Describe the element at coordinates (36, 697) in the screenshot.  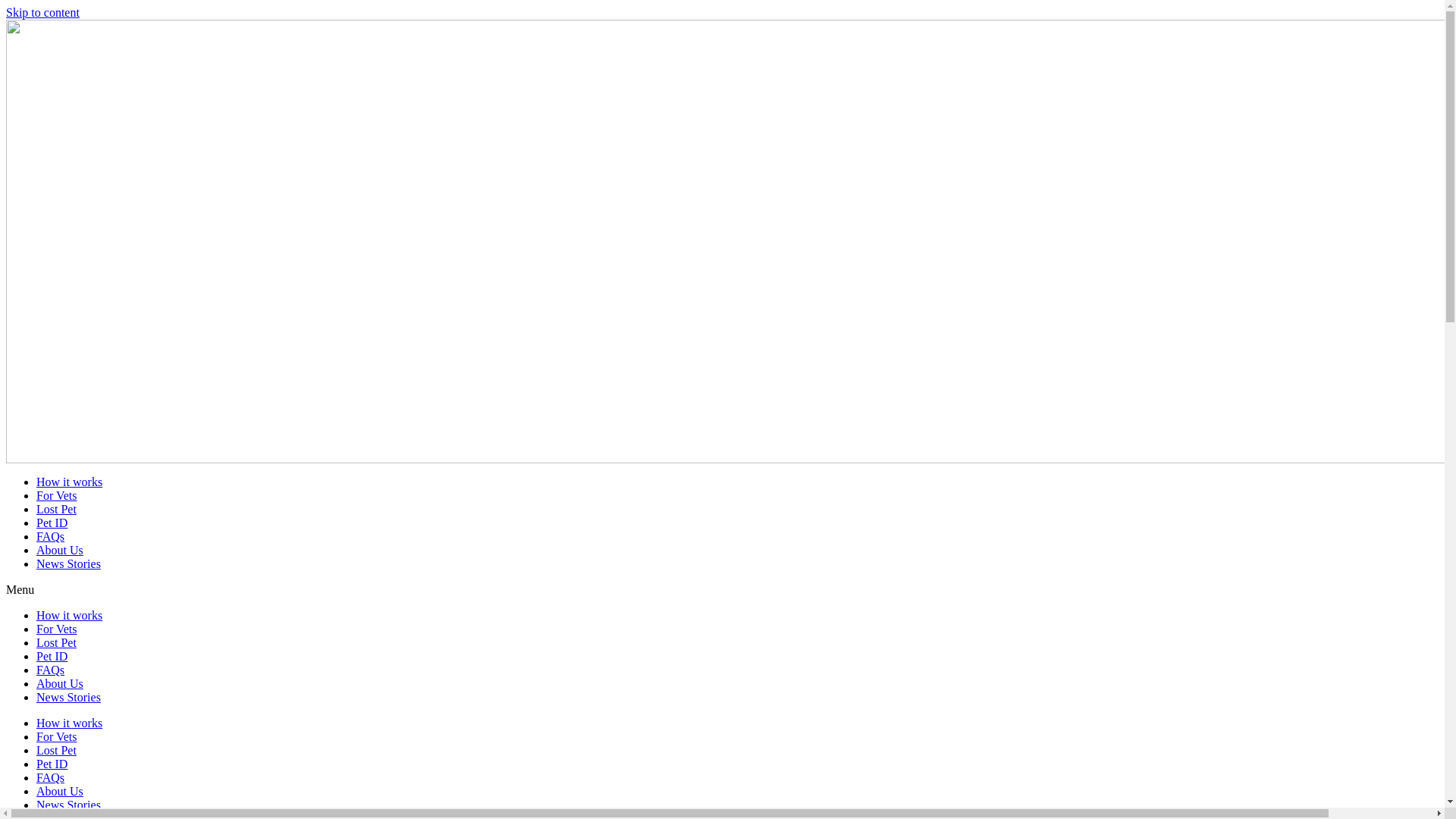
I see `'News Stories'` at that location.